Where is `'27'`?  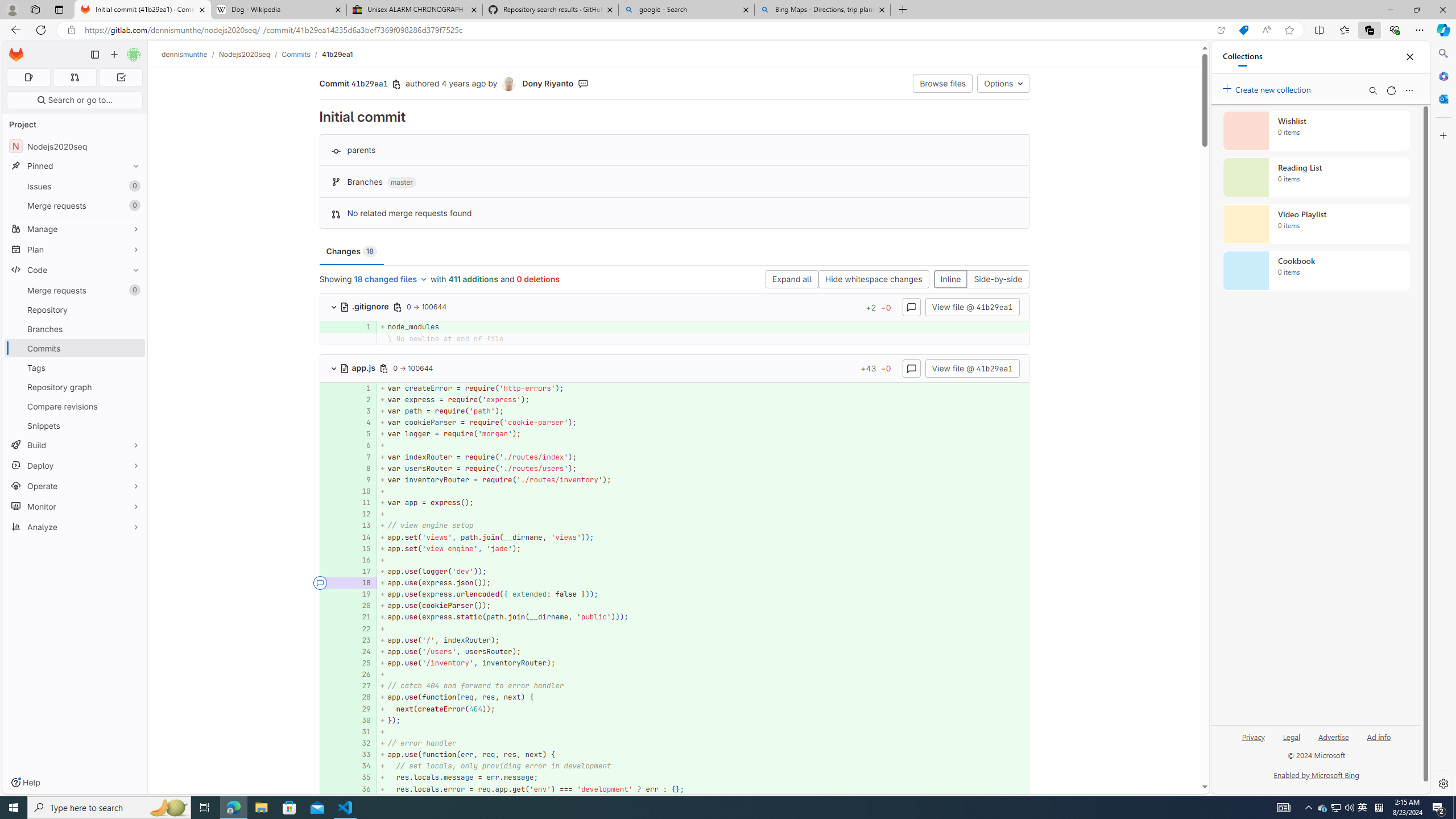 '27' is located at coordinates (362, 686).